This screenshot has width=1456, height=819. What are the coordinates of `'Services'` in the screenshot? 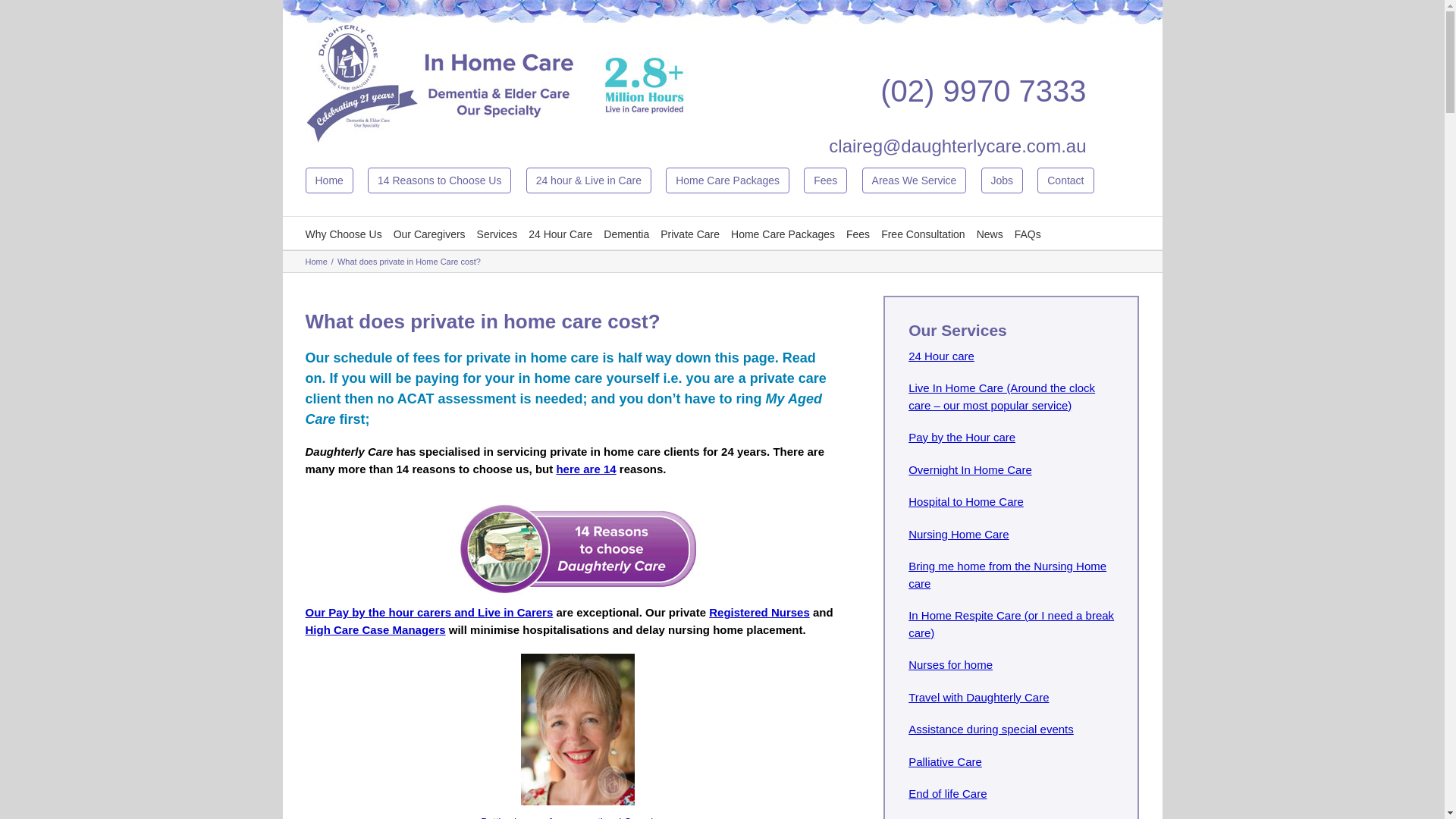 It's located at (497, 233).